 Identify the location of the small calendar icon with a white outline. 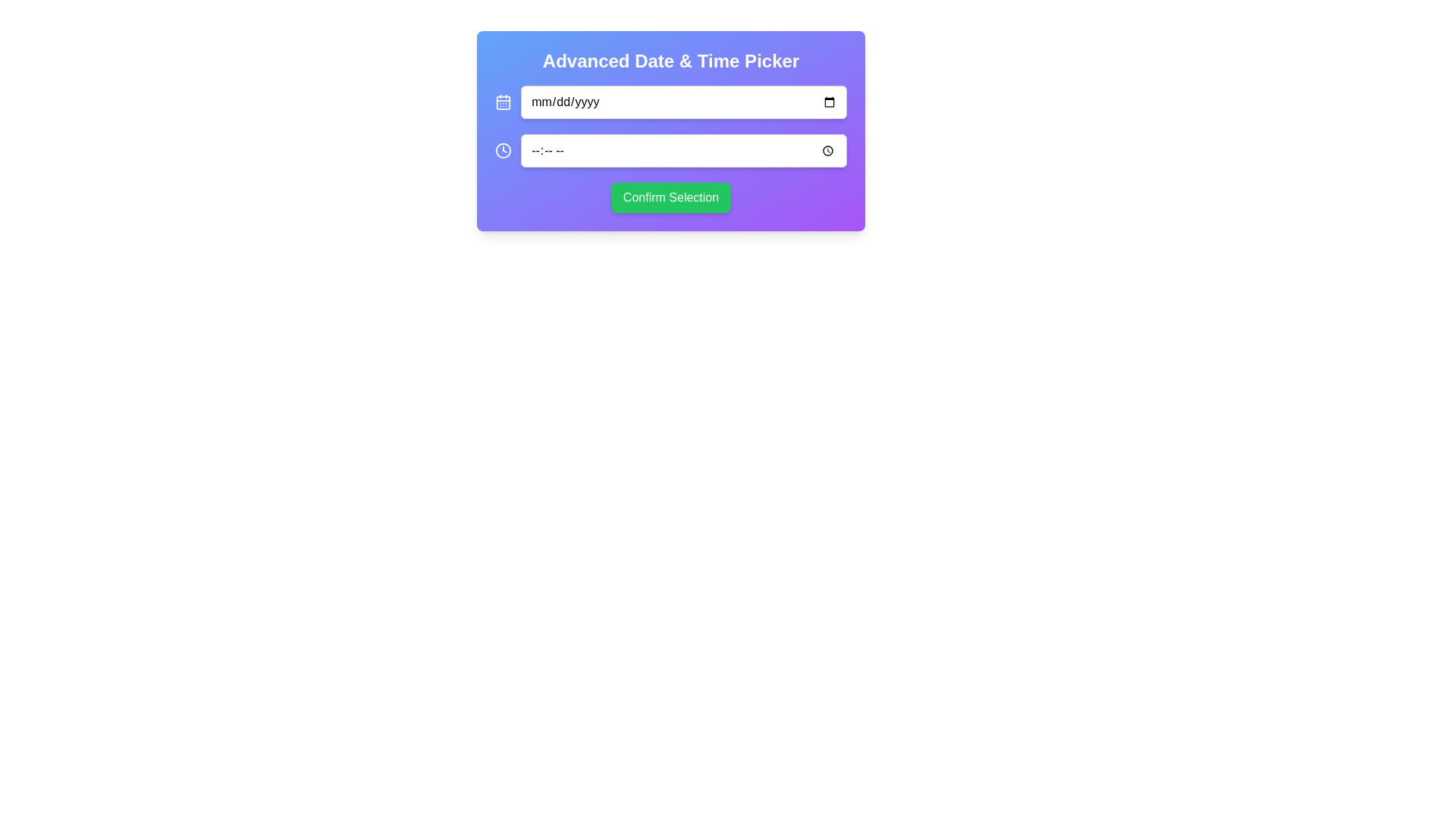
(504, 102).